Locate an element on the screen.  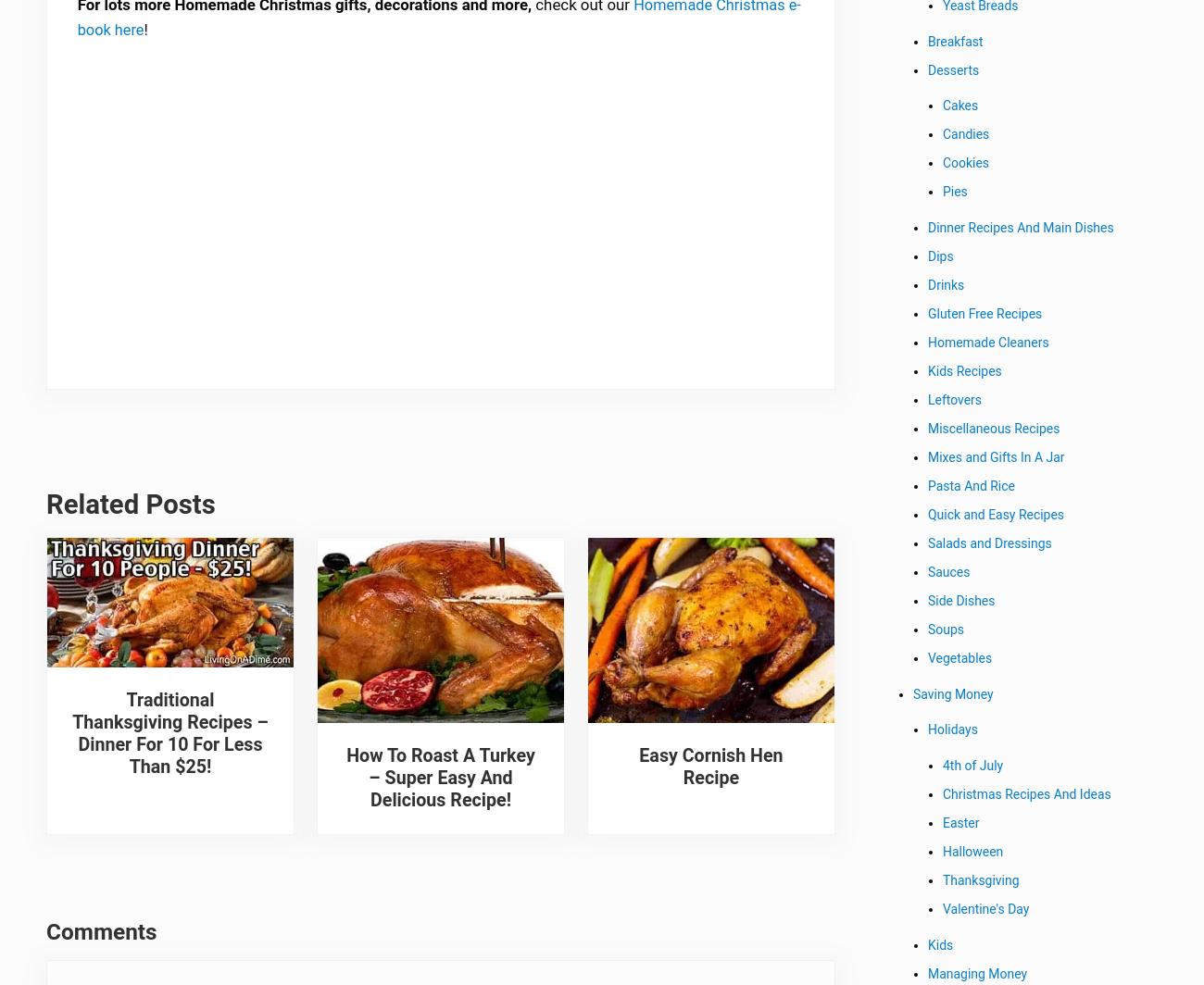
'Pies' is located at coordinates (955, 194).